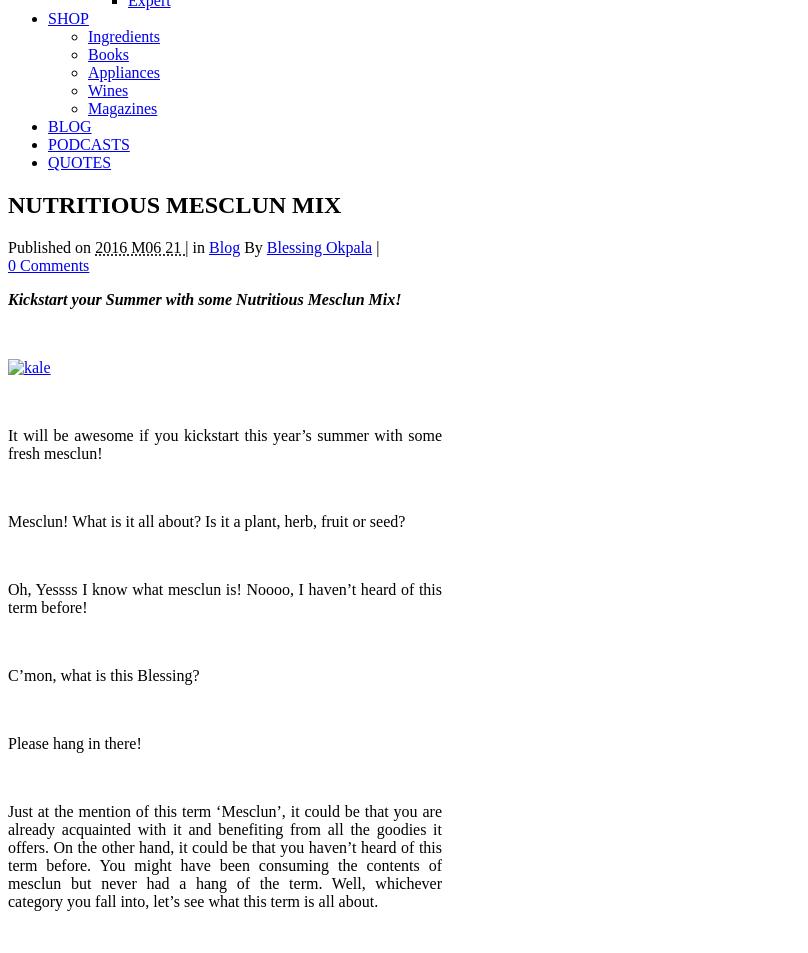 The width and height of the screenshot is (808, 953). Describe the element at coordinates (204, 298) in the screenshot. I see `'Kickstart your Summer with some Nutritious Mesclun Mix!'` at that location.